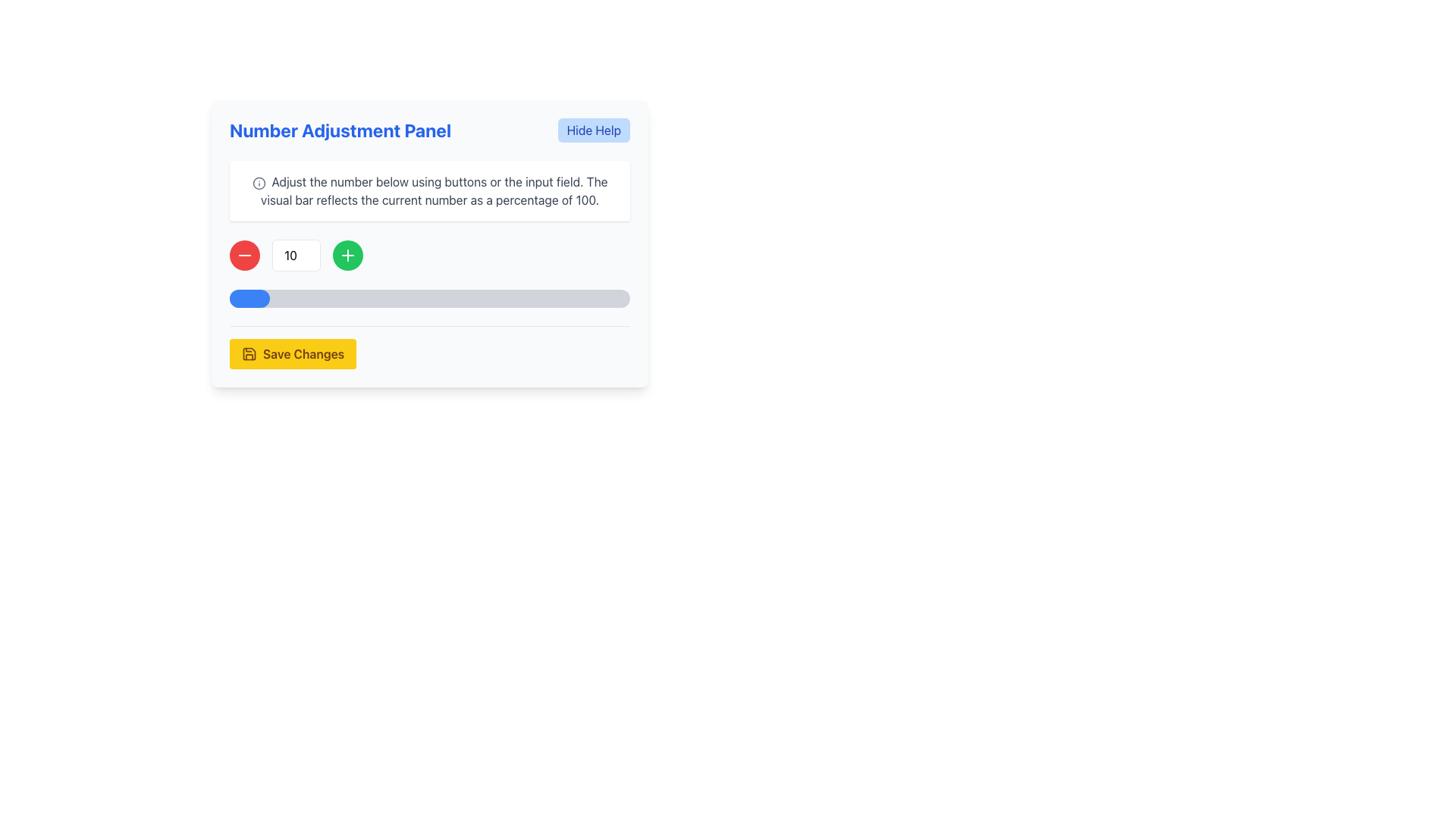 The width and height of the screenshot is (1456, 819). What do you see at coordinates (347, 254) in the screenshot?
I see `the small circular green button with a white plus symbol, located to the right of a numeric input field with a value of 10` at bounding box center [347, 254].